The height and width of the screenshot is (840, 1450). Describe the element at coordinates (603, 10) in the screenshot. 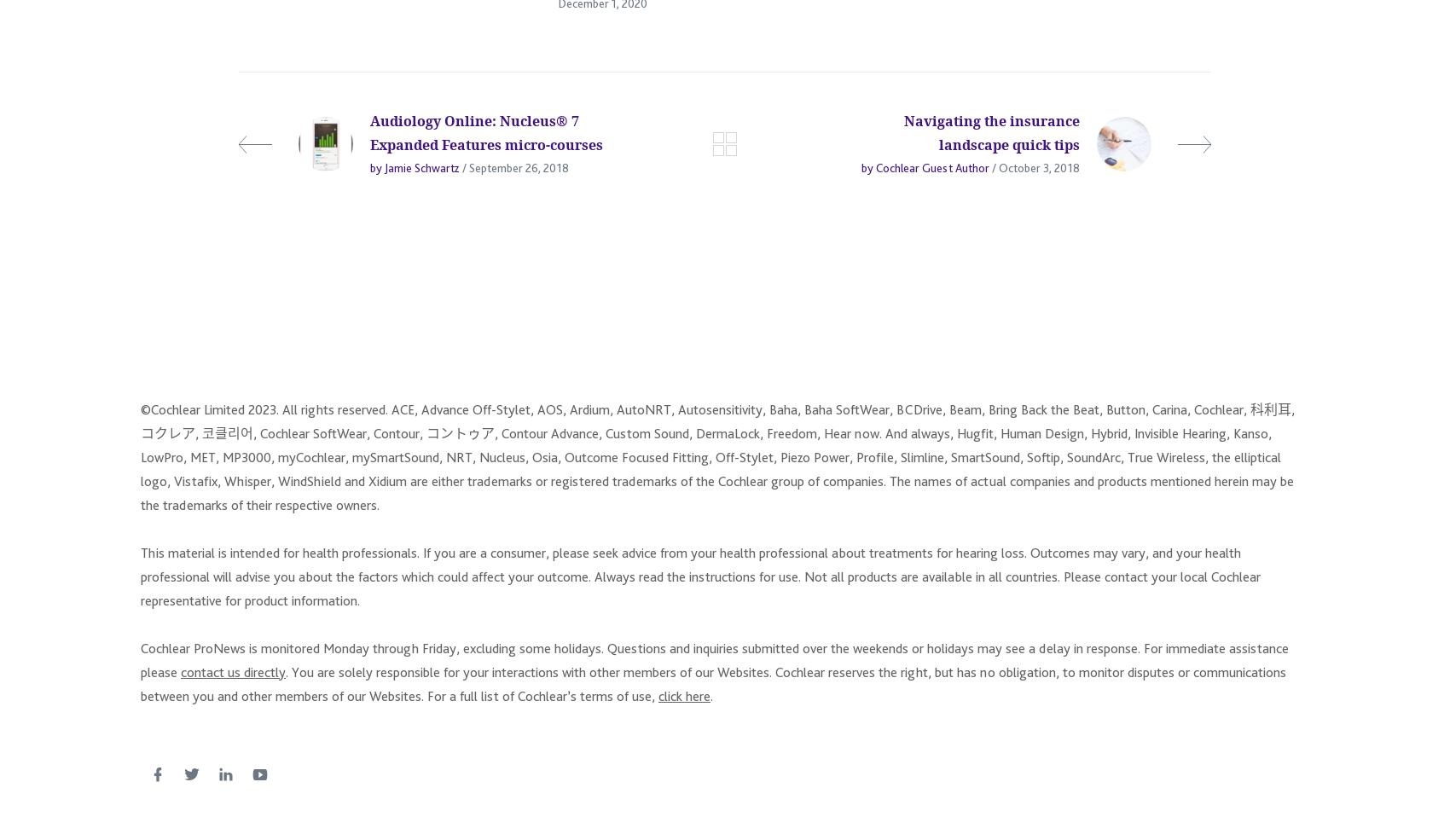

I see `'December 1, 2020'` at that location.